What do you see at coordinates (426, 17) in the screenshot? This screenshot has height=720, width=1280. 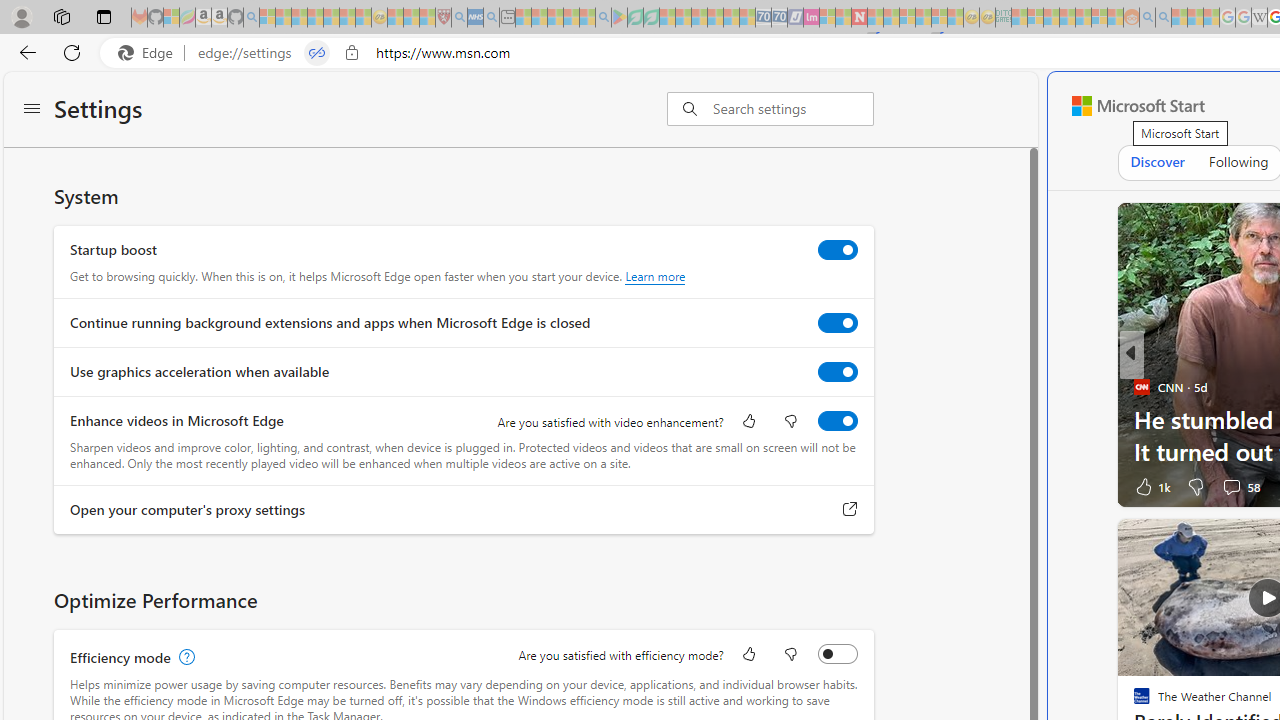 I see `'Local - MSN - Sleeping'` at bounding box center [426, 17].